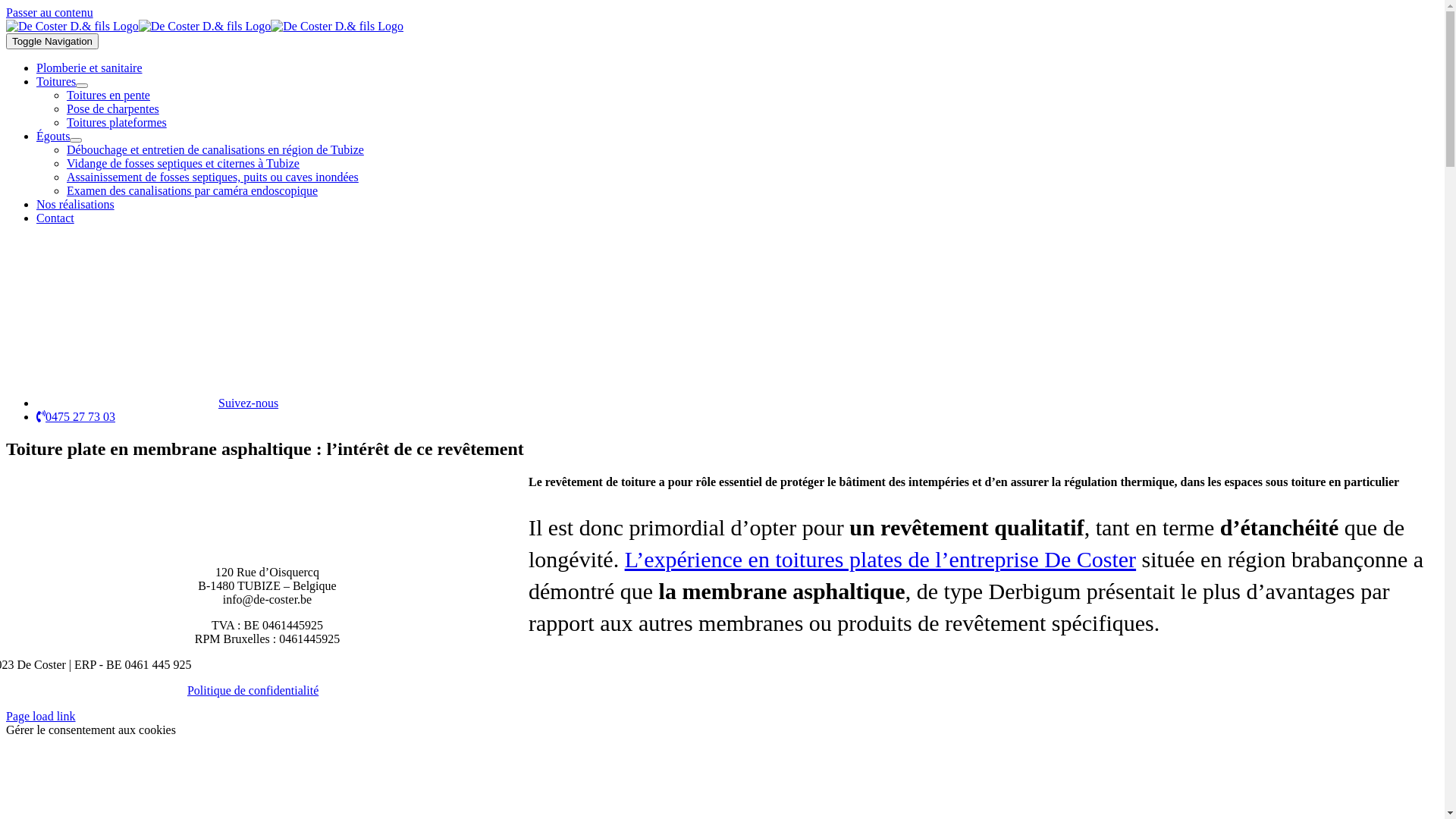 The image size is (1456, 819). Describe the element at coordinates (157, 402) in the screenshot. I see `'Suivez-nous'` at that location.